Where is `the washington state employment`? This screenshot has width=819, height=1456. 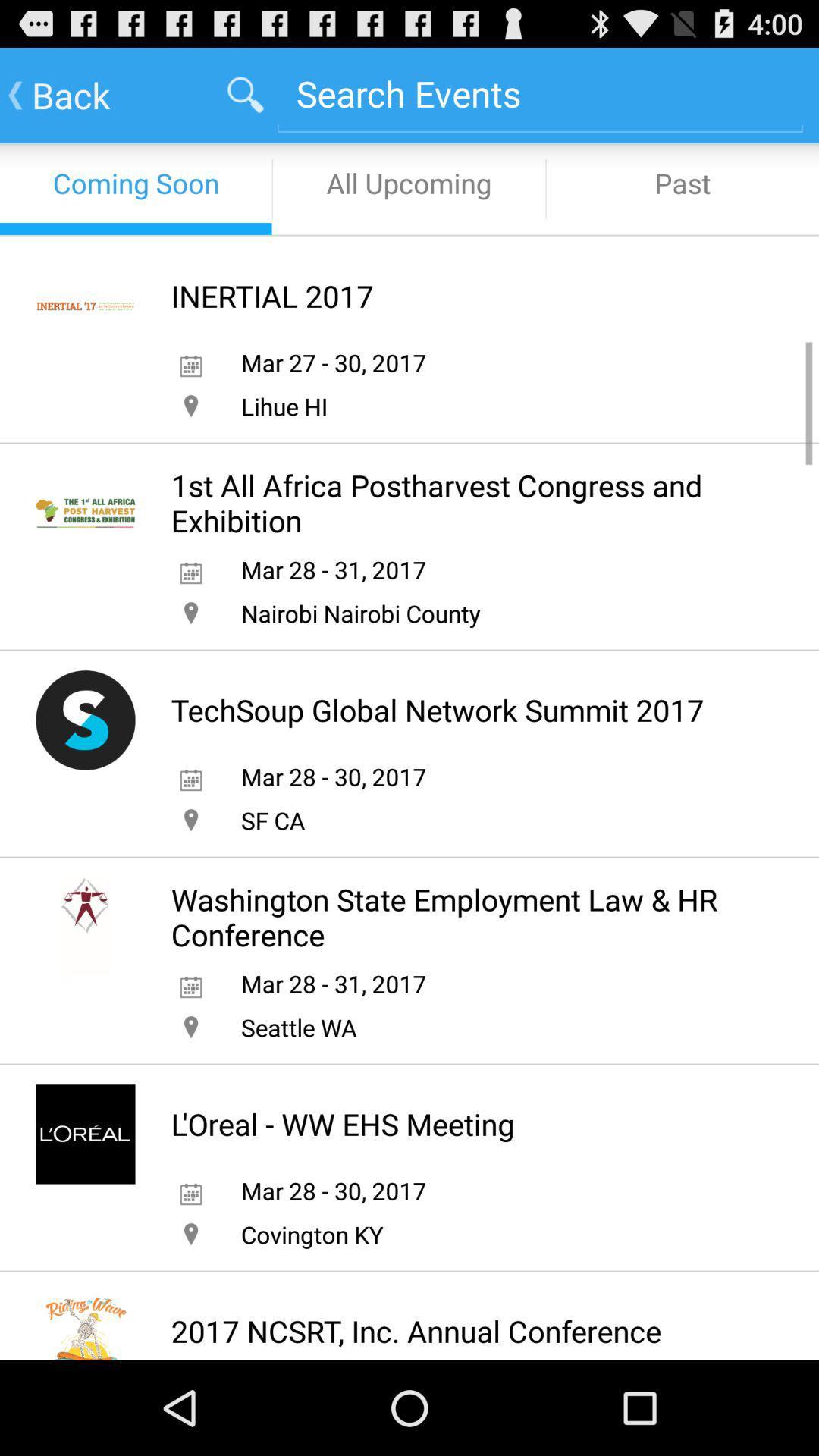 the washington state employment is located at coordinates (462, 916).